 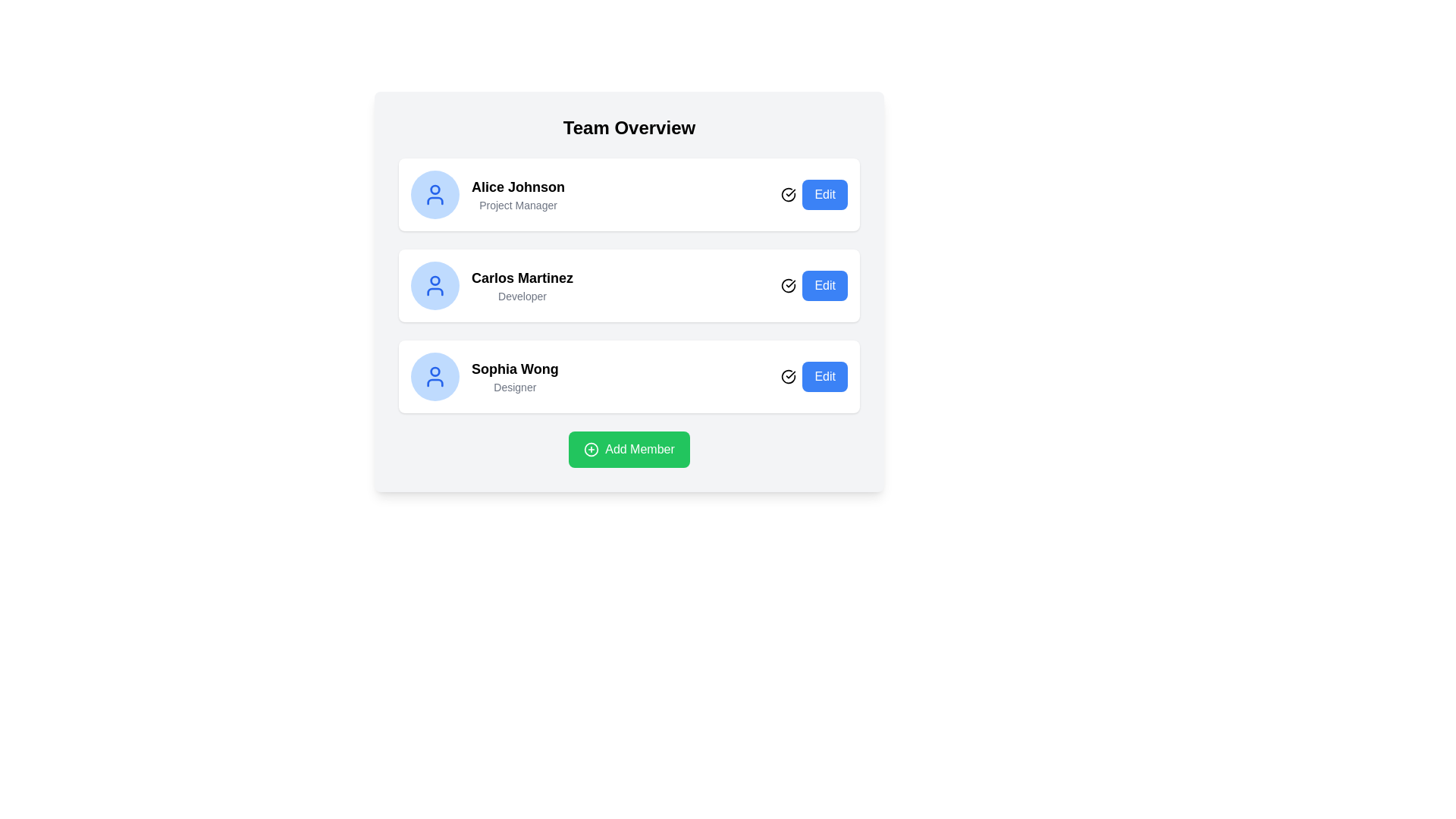 What do you see at coordinates (629, 194) in the screenshot?
I see `the first Profile Card in the vertically stacked list, which displays a team member's name and role` at bounding box center [629, 194].